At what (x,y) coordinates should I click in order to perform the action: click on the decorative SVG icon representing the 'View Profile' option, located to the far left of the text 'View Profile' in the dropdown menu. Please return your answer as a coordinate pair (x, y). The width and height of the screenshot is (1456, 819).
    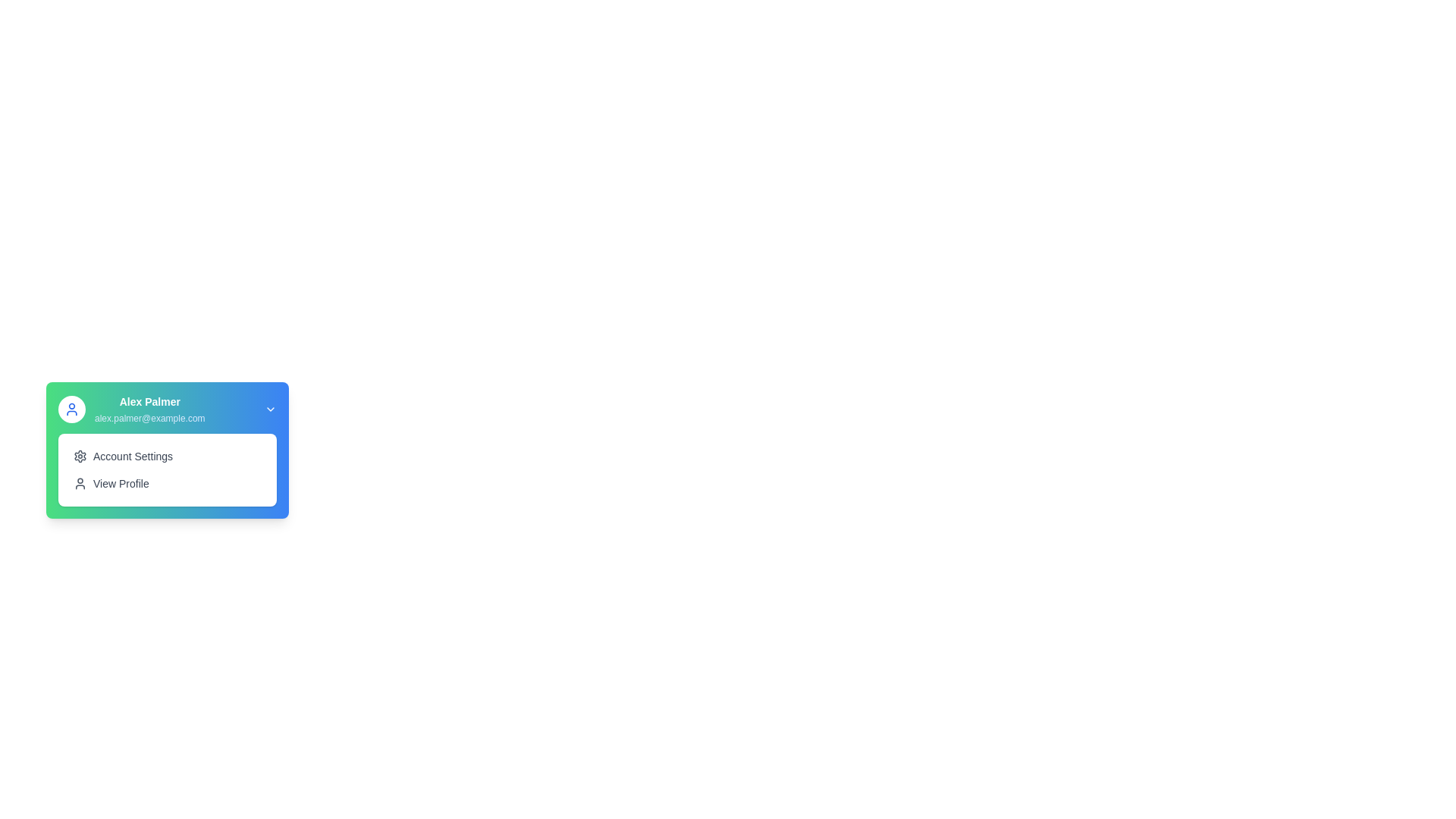
    Looking at the image, I should click on (79, 483).